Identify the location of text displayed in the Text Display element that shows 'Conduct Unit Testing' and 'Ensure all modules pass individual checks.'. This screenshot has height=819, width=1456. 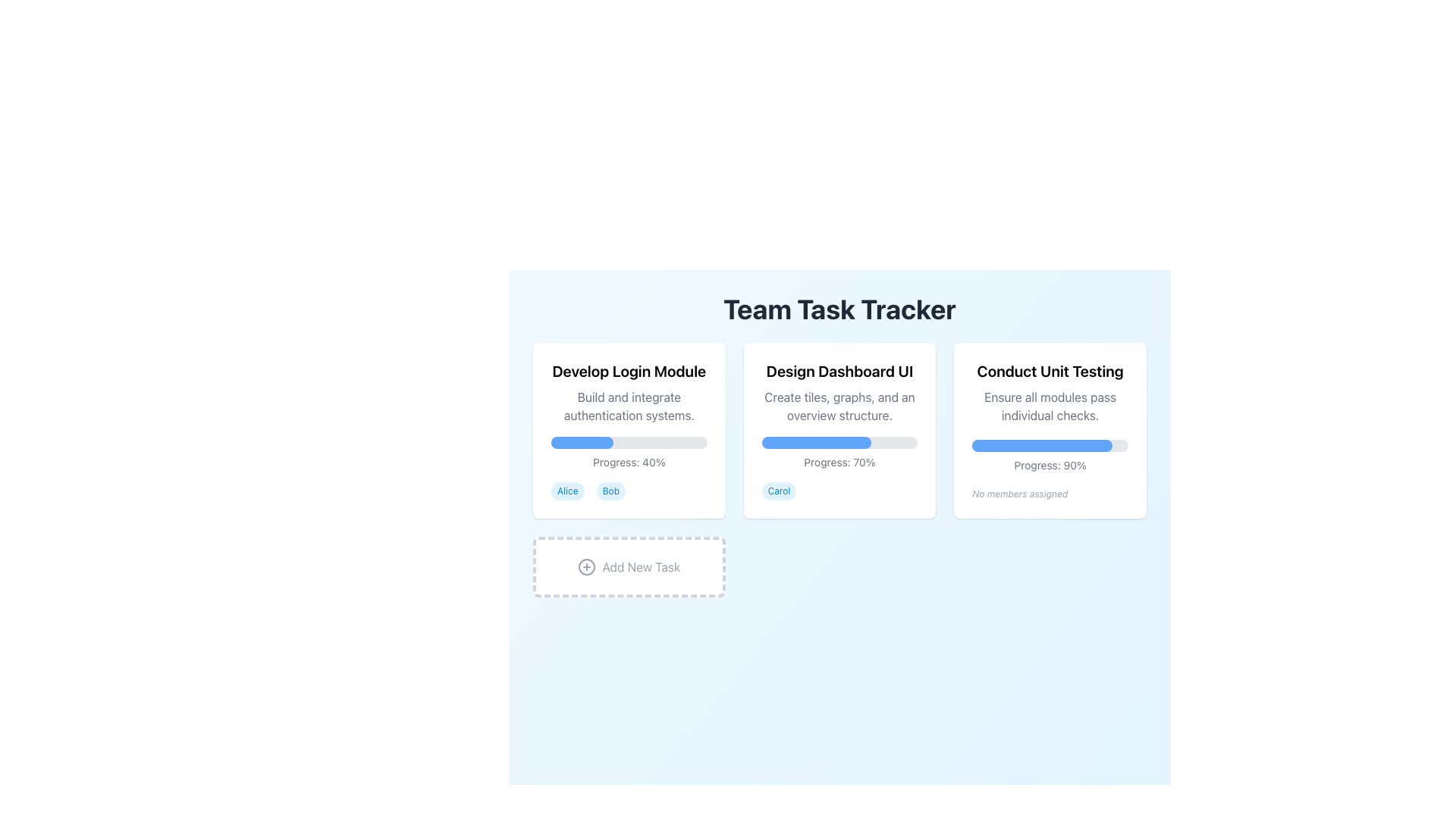
(1050, 397).